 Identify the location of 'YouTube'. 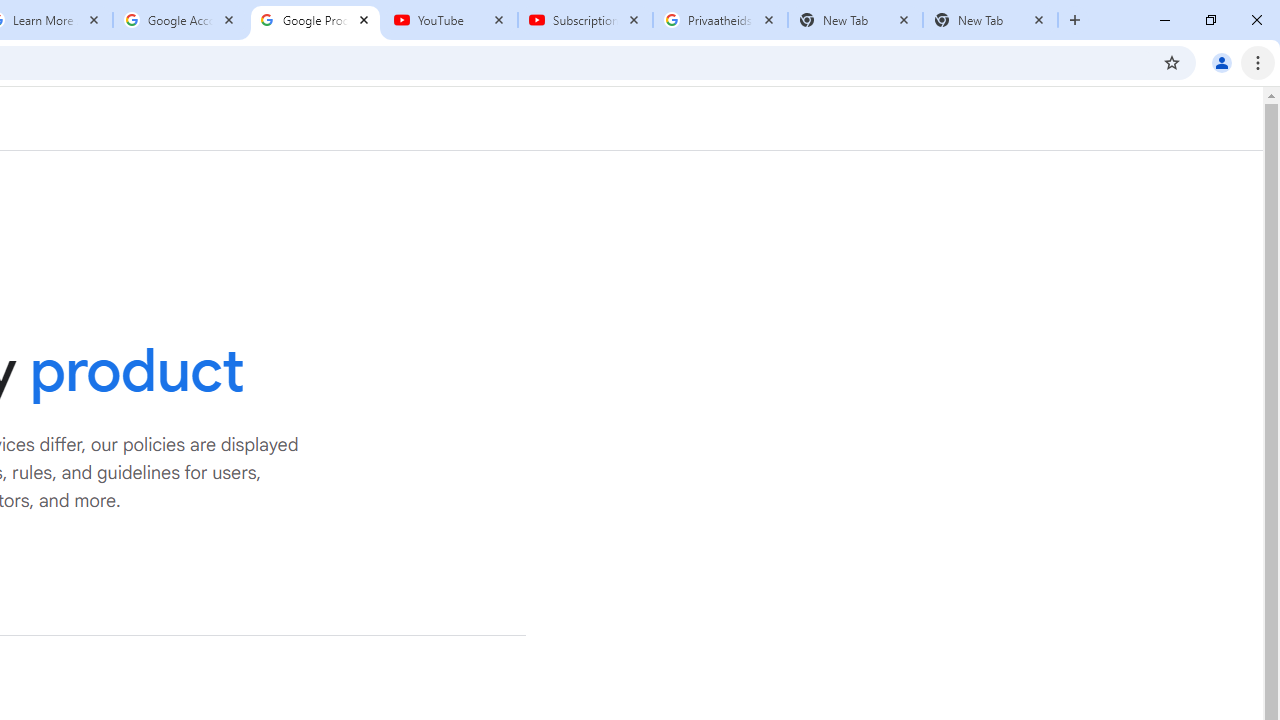
(449, 20).